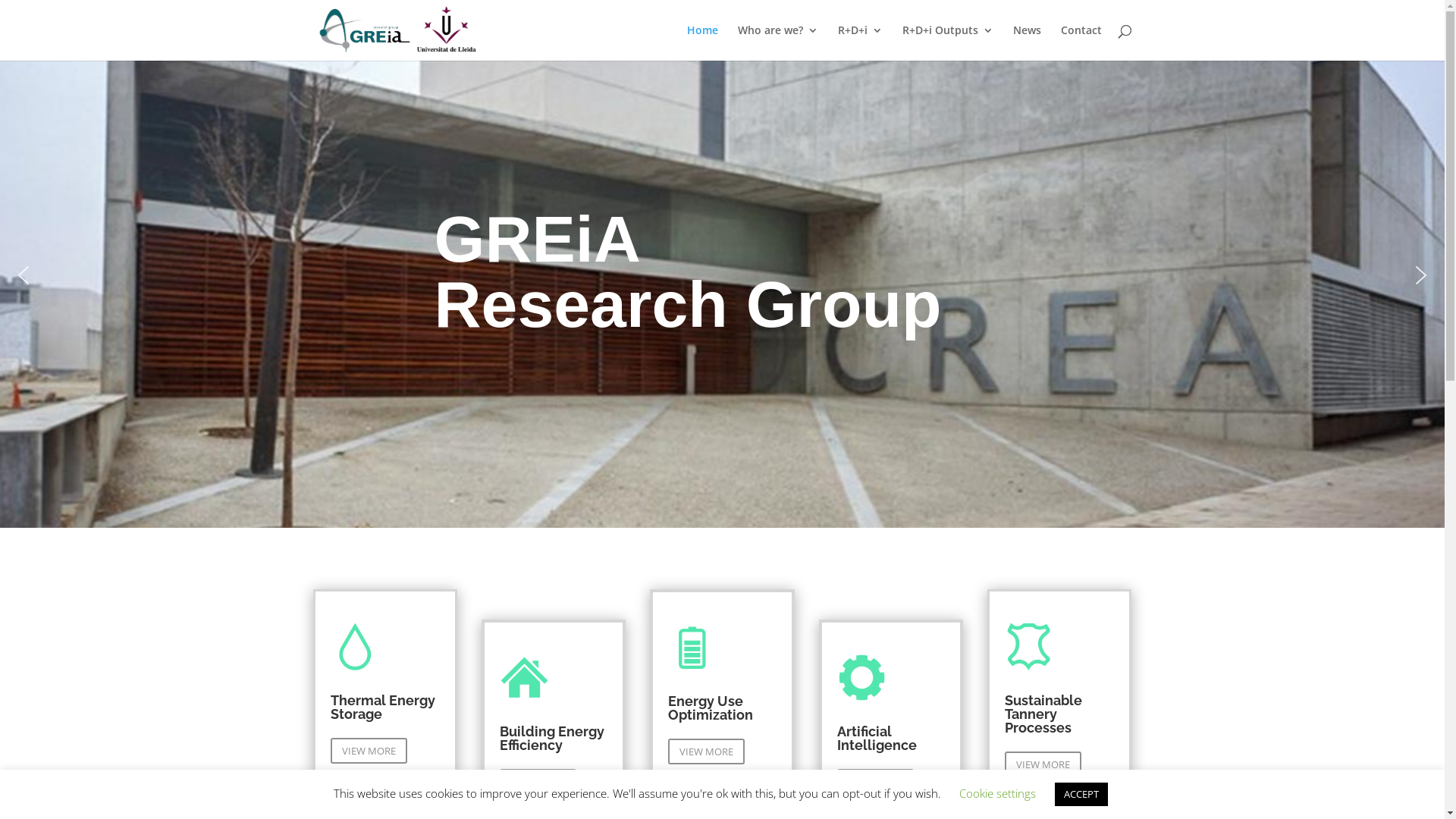 The image size is (1456, 819). I want to click on 'R+D+i Outputs', so click(946, 42).